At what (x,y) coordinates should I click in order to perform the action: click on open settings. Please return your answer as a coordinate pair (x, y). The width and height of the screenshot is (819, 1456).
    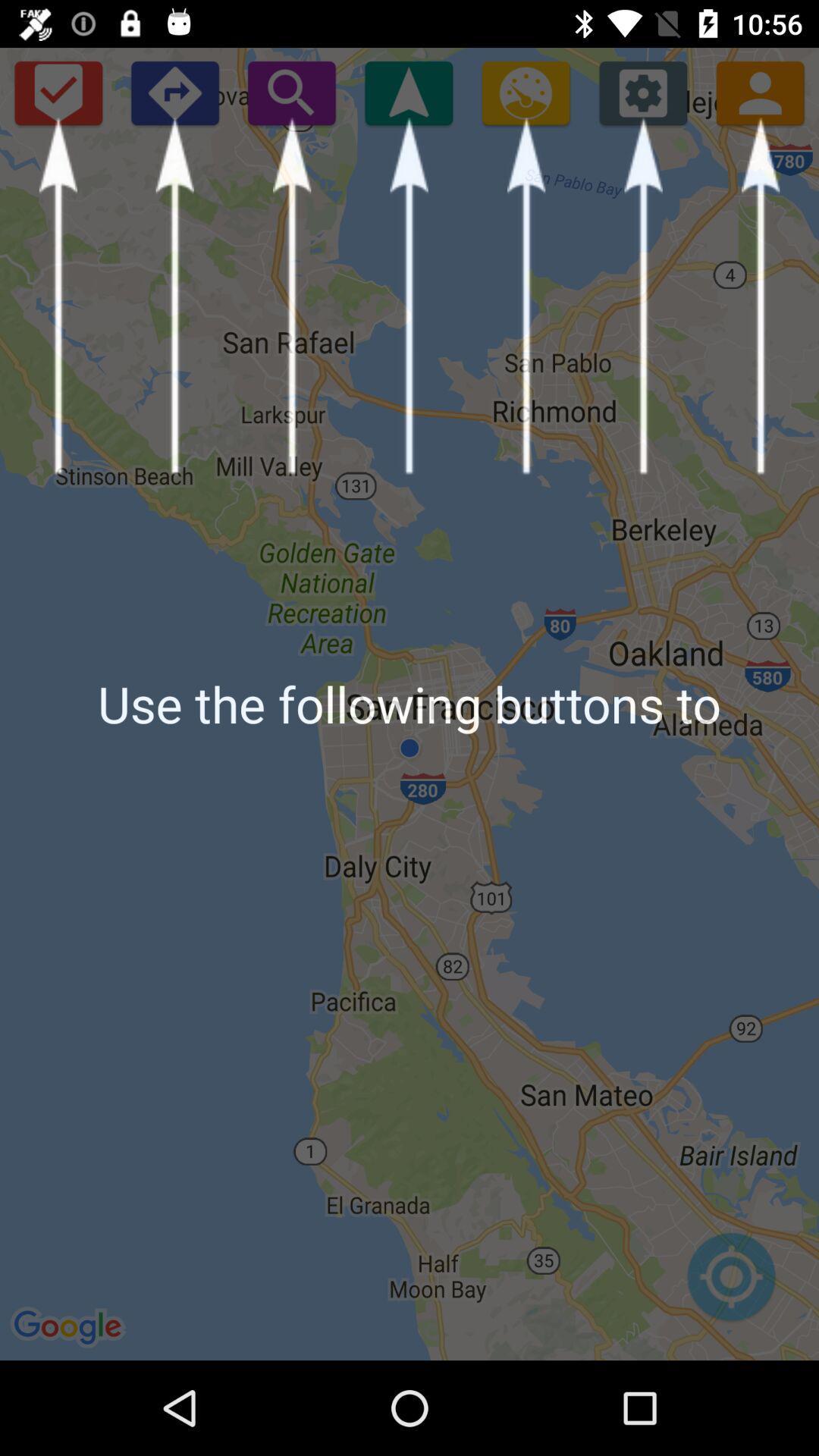
    Looking at the image, I should click on (643, 92).